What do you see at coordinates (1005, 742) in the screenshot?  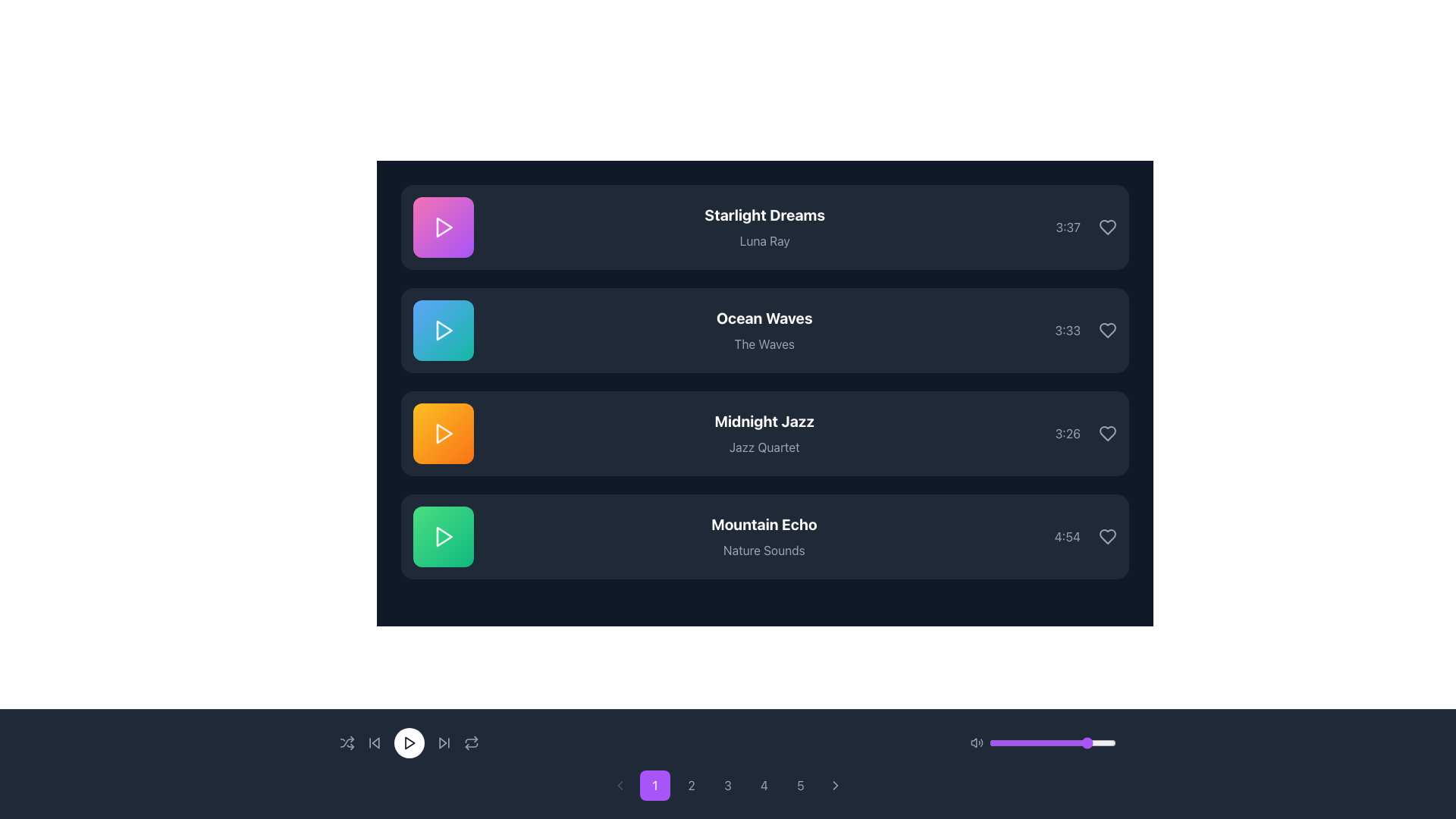 I see `the volume` at bounding box center [1005, 742].